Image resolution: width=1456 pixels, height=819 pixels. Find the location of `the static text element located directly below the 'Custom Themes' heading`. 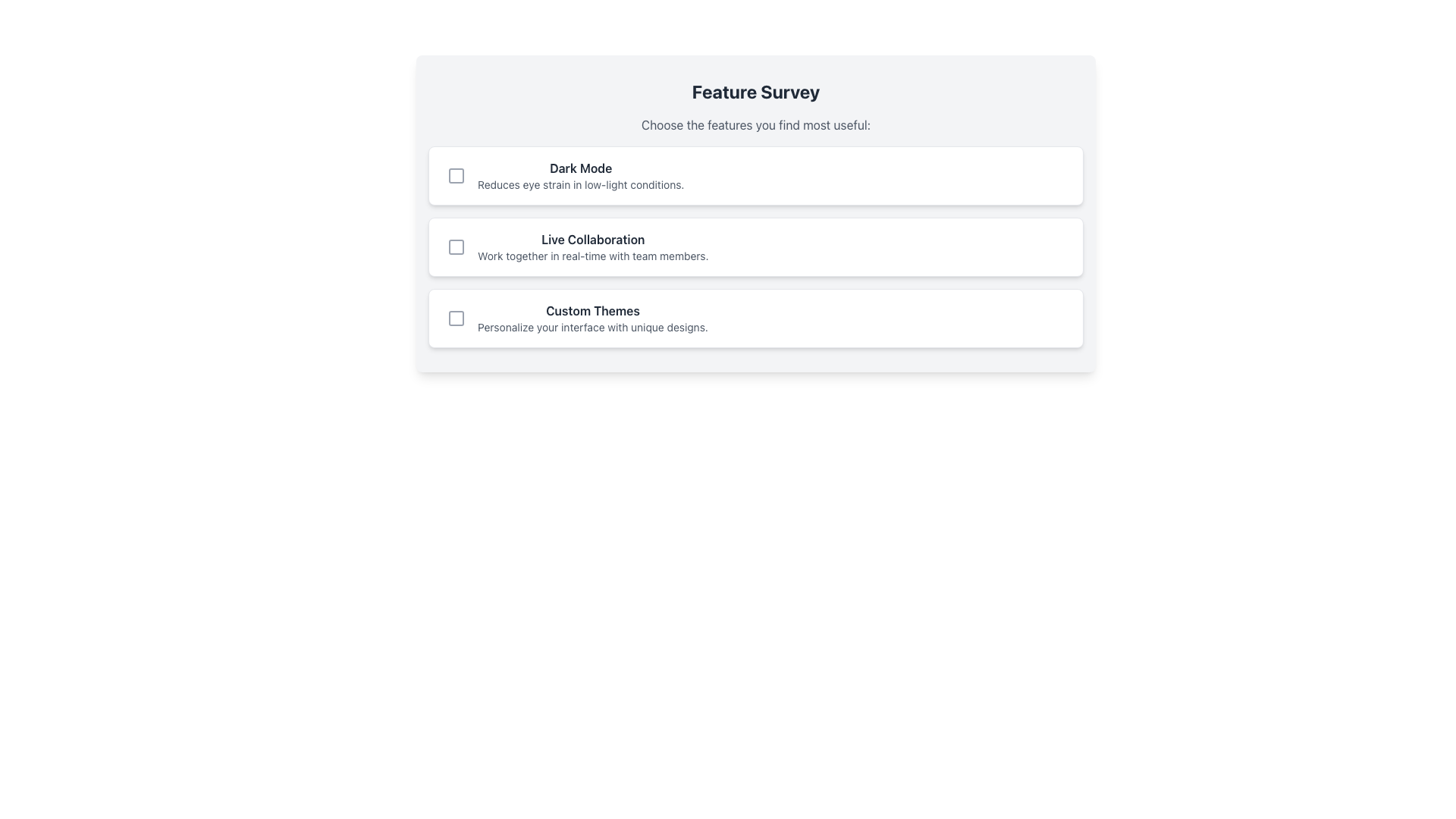

the static text element located directly below the 'Custom Themes' heading is located at coordinates (592, 327).